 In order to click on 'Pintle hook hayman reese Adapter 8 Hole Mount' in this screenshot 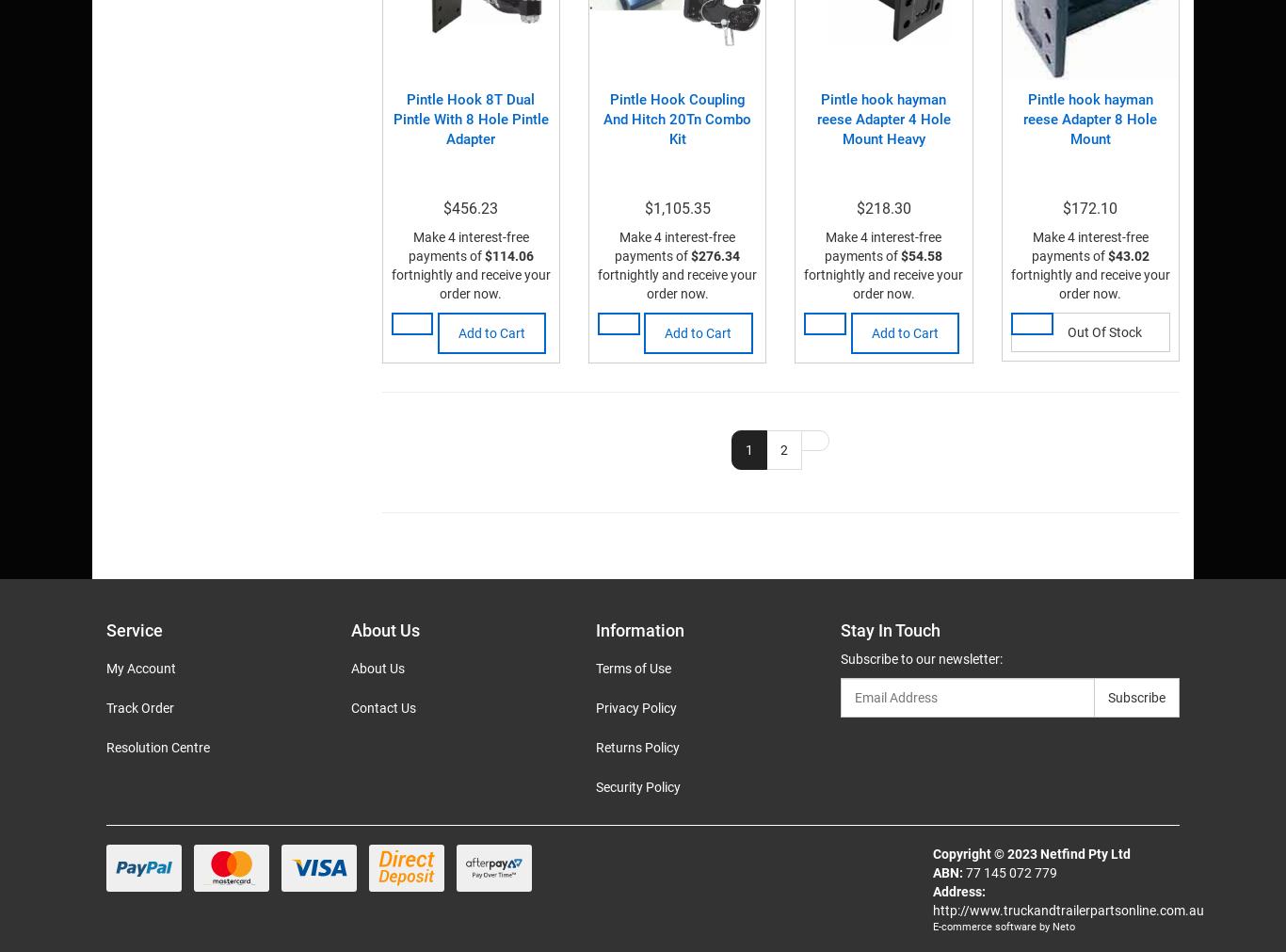, I will do `click(1089, 118)`.